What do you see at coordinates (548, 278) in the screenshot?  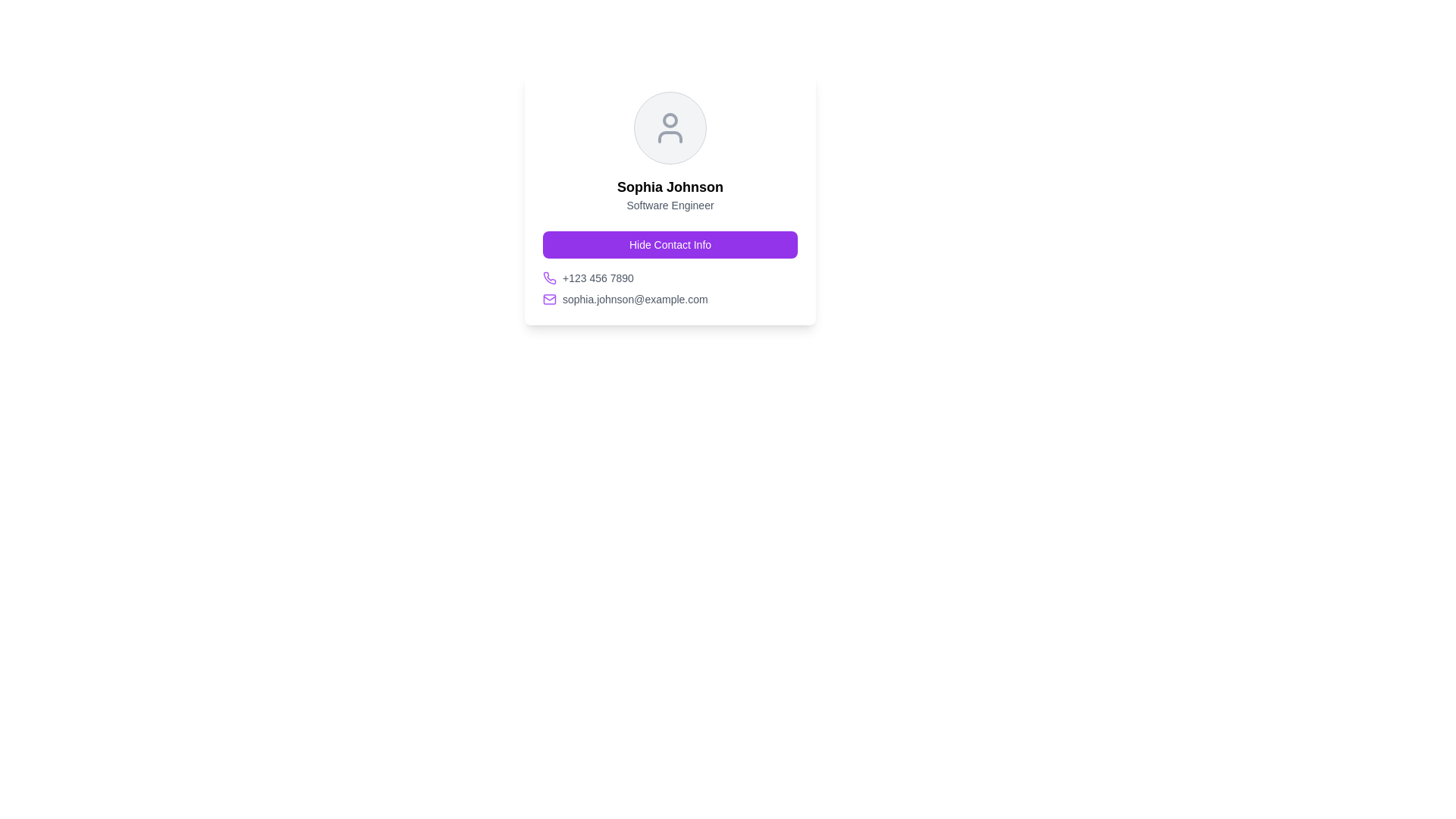 I see `the purple phone icon located in the contact card, which is directly to the left of the phone number '+123 456 7890'` at bounding box center [548, 278].